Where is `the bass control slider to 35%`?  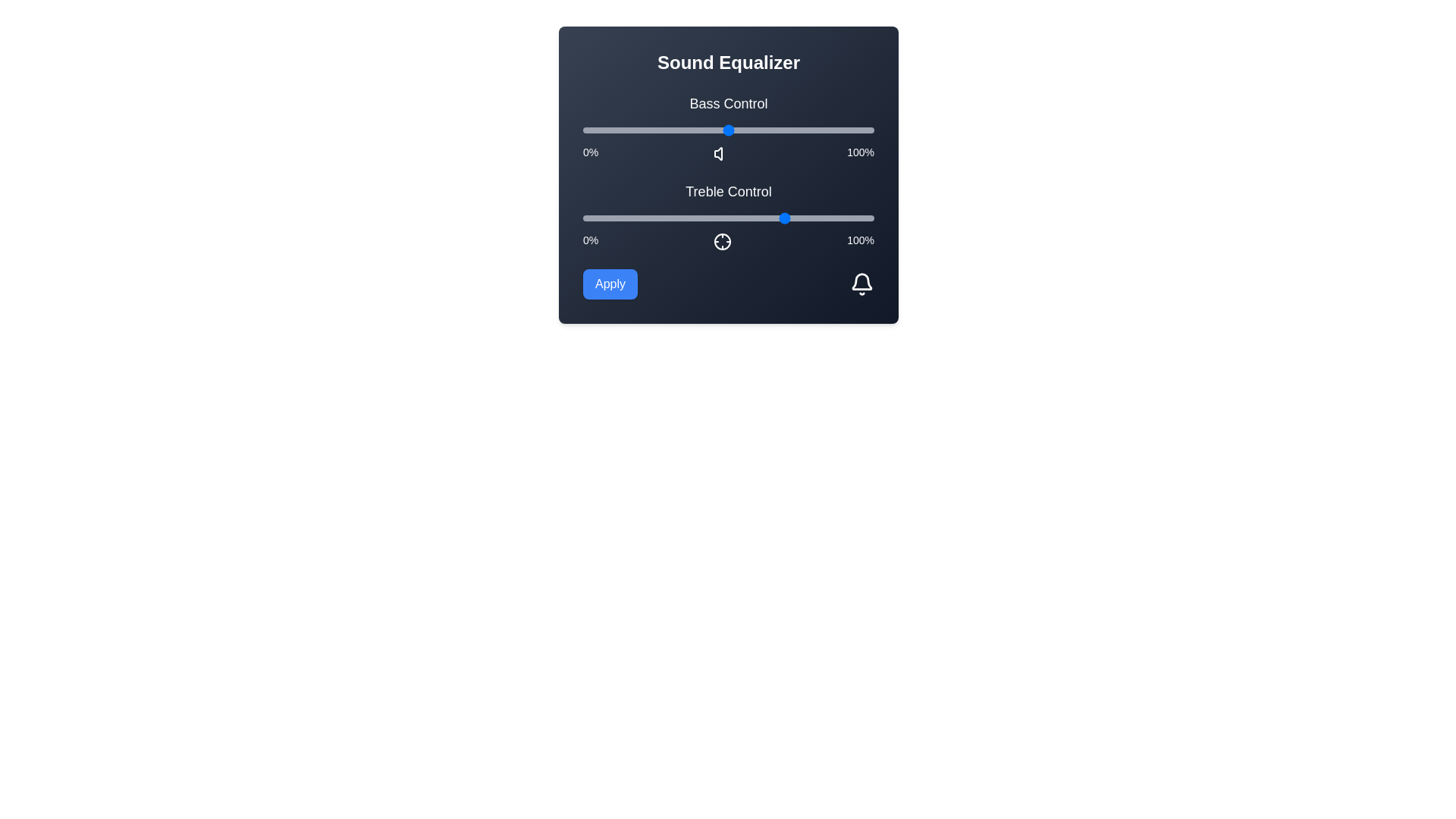 the bass control slider to 35% is located at coordinates (684, 130).